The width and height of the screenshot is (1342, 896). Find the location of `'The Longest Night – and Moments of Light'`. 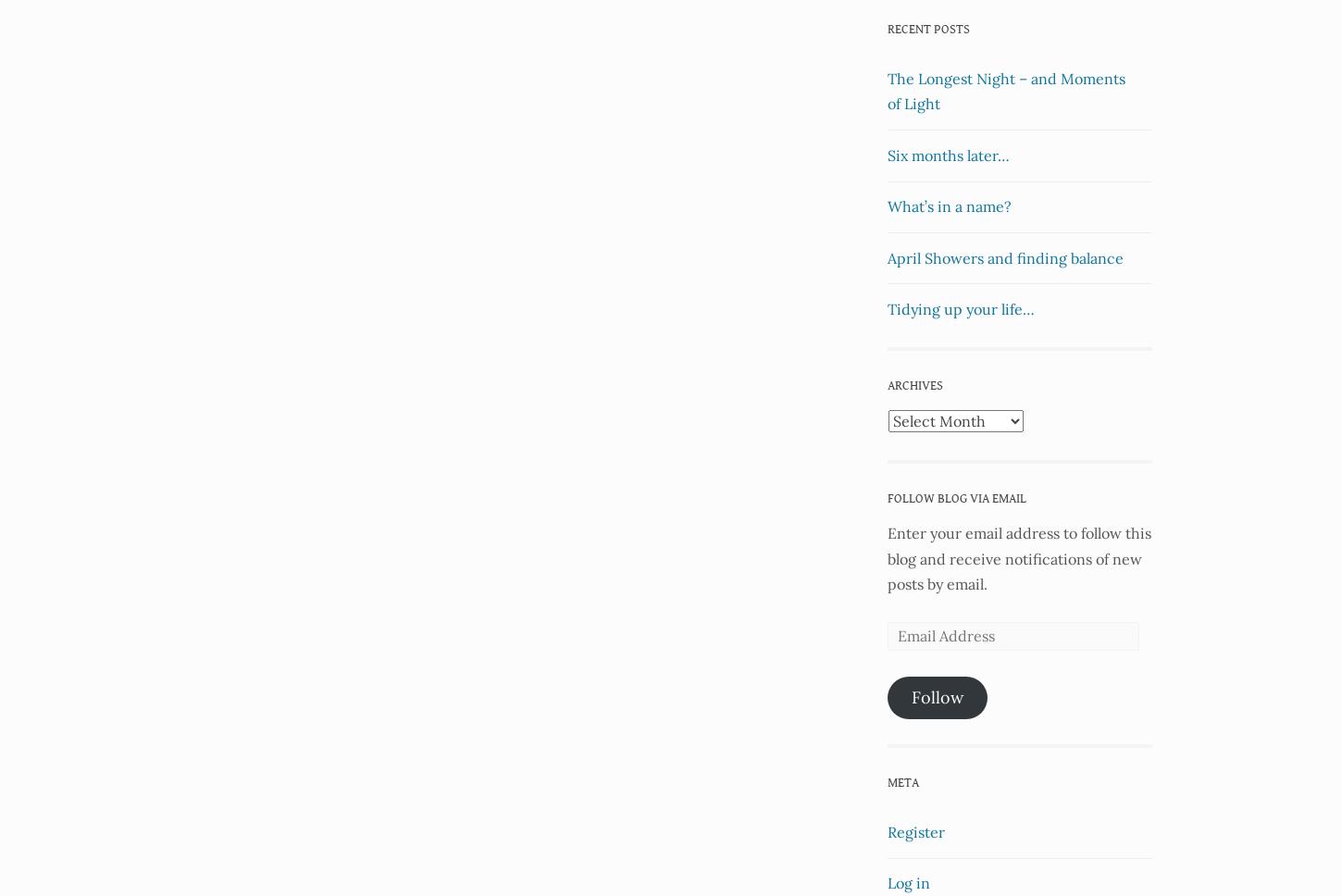

'The Longest Night – and Moments of Light' is located at coordinates (887, 91).